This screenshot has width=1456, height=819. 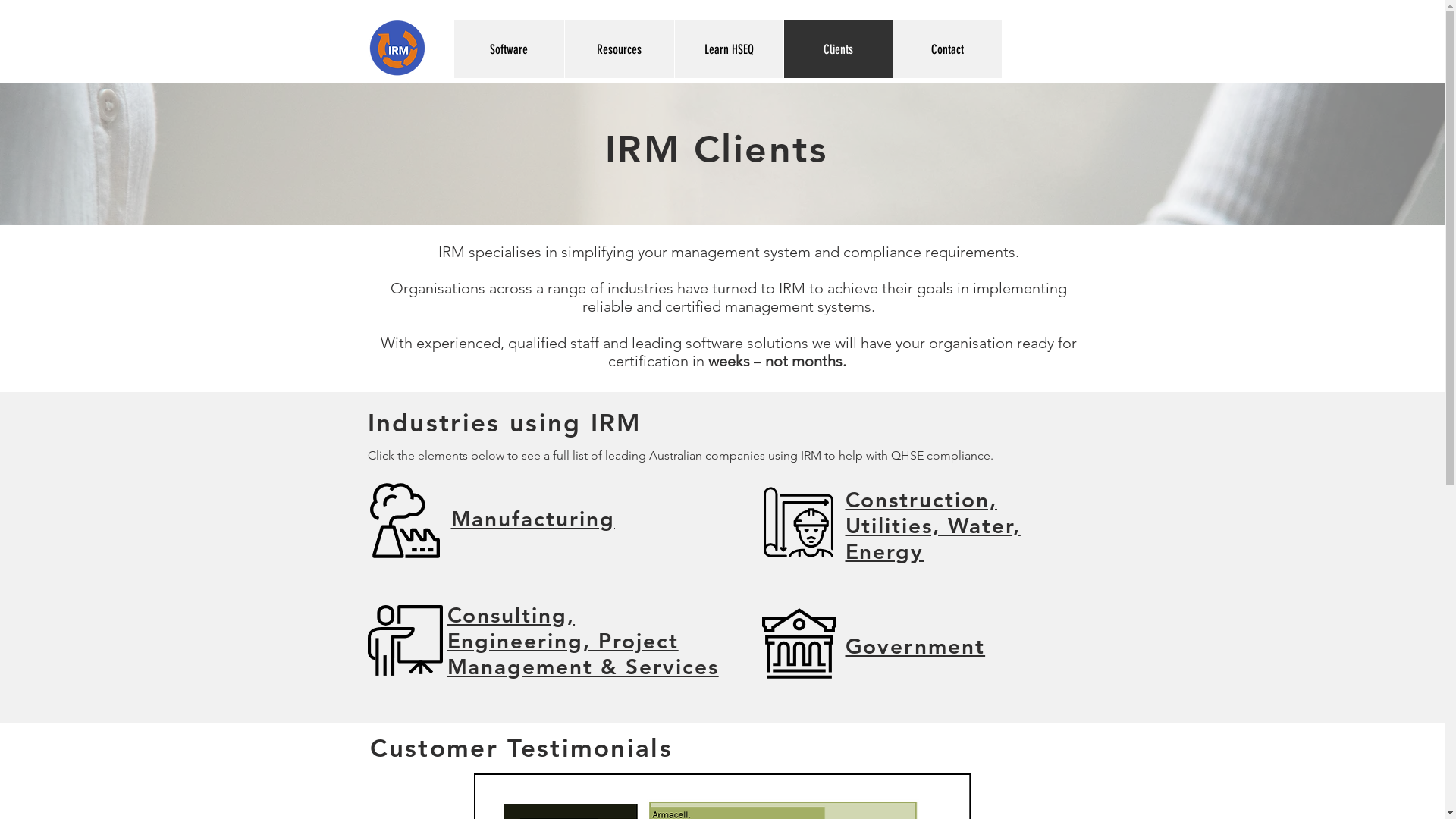 I want to click on 'Software', so click(x=508, y=49).